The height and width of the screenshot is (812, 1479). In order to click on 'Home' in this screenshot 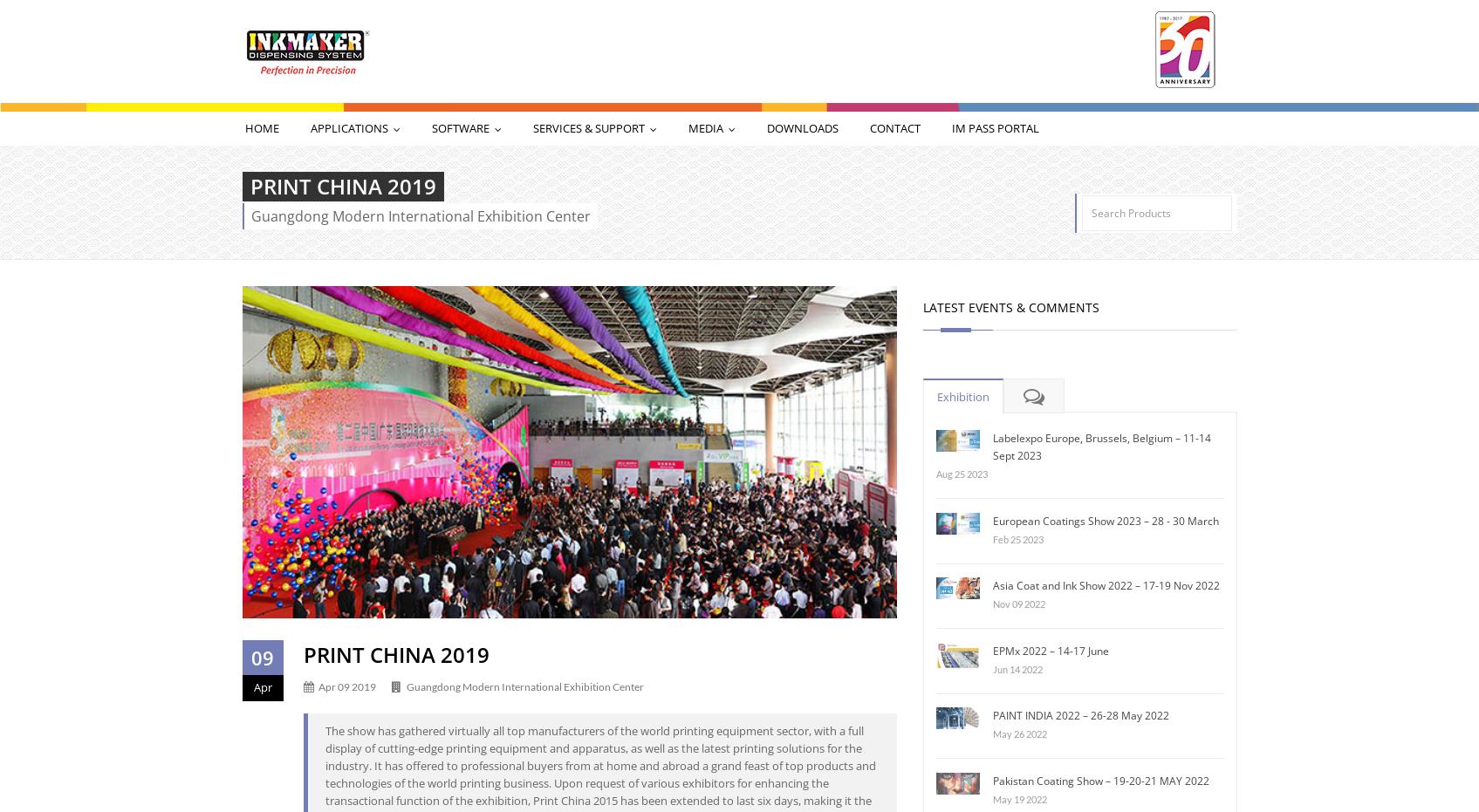, I will do `click(261, 127)`.